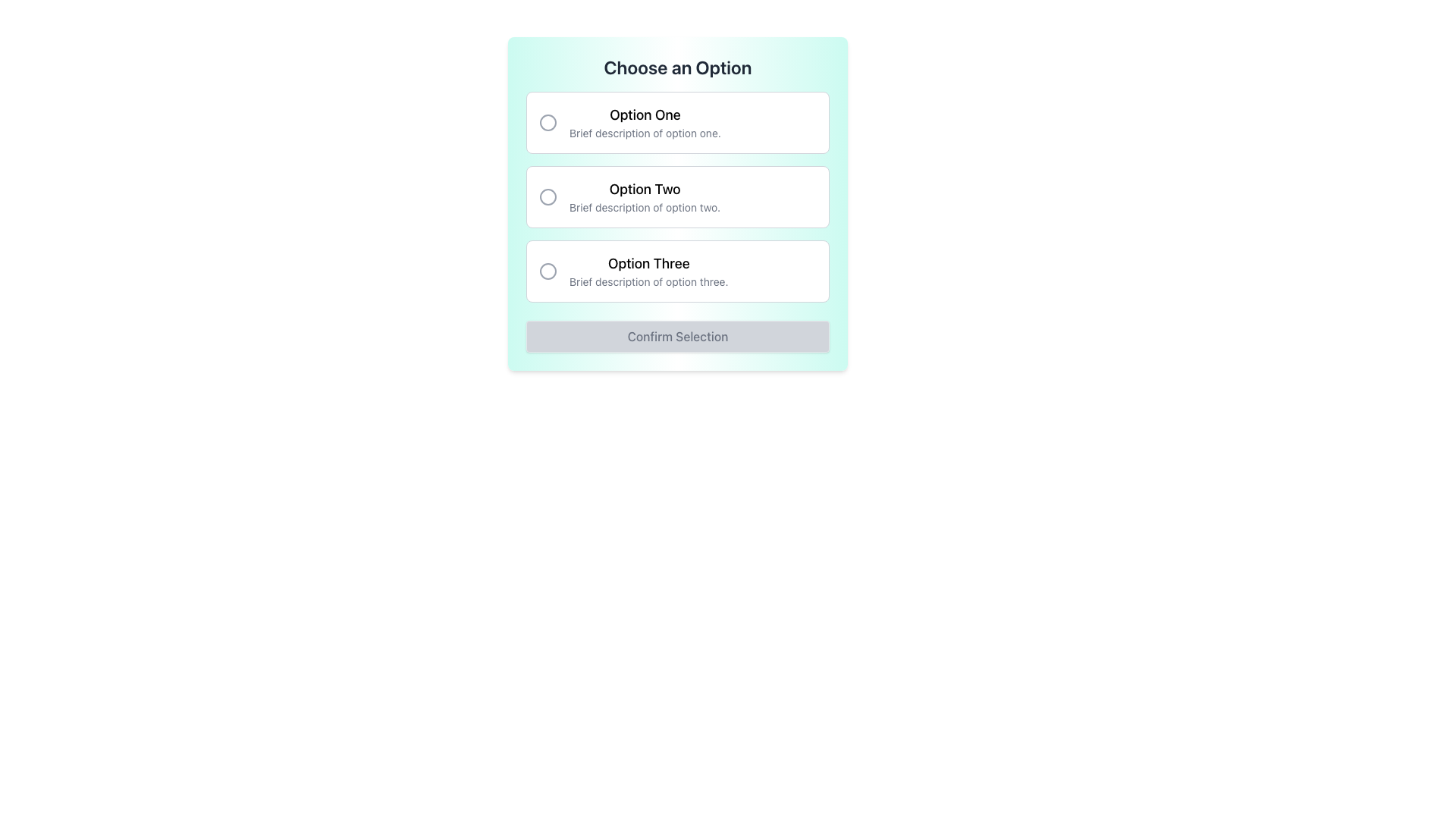  I want to click on the radio button for 'Option Two', so click(548, 196).